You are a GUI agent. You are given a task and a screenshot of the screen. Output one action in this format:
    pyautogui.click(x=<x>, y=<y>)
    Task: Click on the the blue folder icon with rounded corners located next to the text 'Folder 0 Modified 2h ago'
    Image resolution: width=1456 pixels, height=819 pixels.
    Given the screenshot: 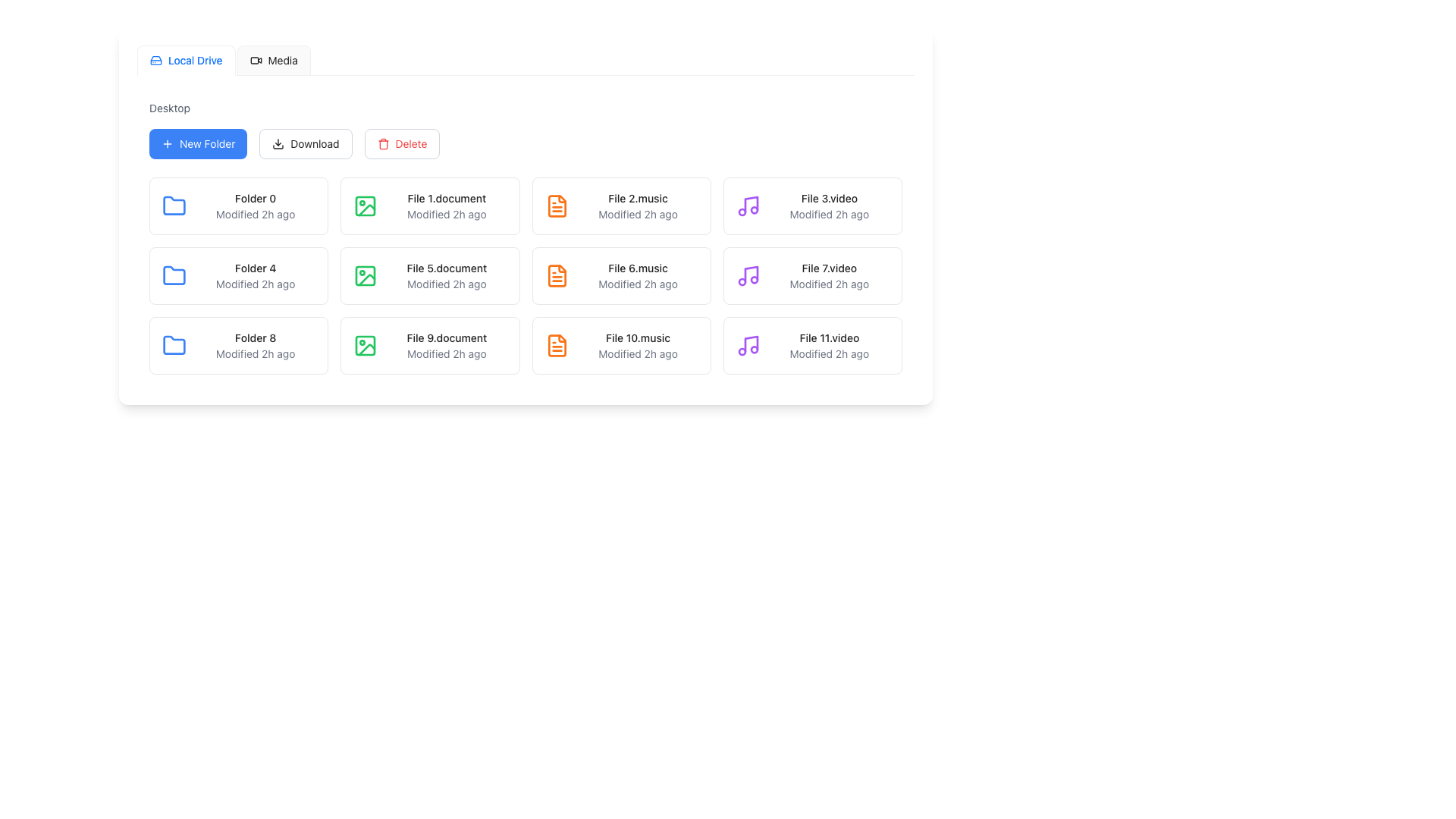 What is the action you would take?
    pyautogui.click(x=174, y=206)
    